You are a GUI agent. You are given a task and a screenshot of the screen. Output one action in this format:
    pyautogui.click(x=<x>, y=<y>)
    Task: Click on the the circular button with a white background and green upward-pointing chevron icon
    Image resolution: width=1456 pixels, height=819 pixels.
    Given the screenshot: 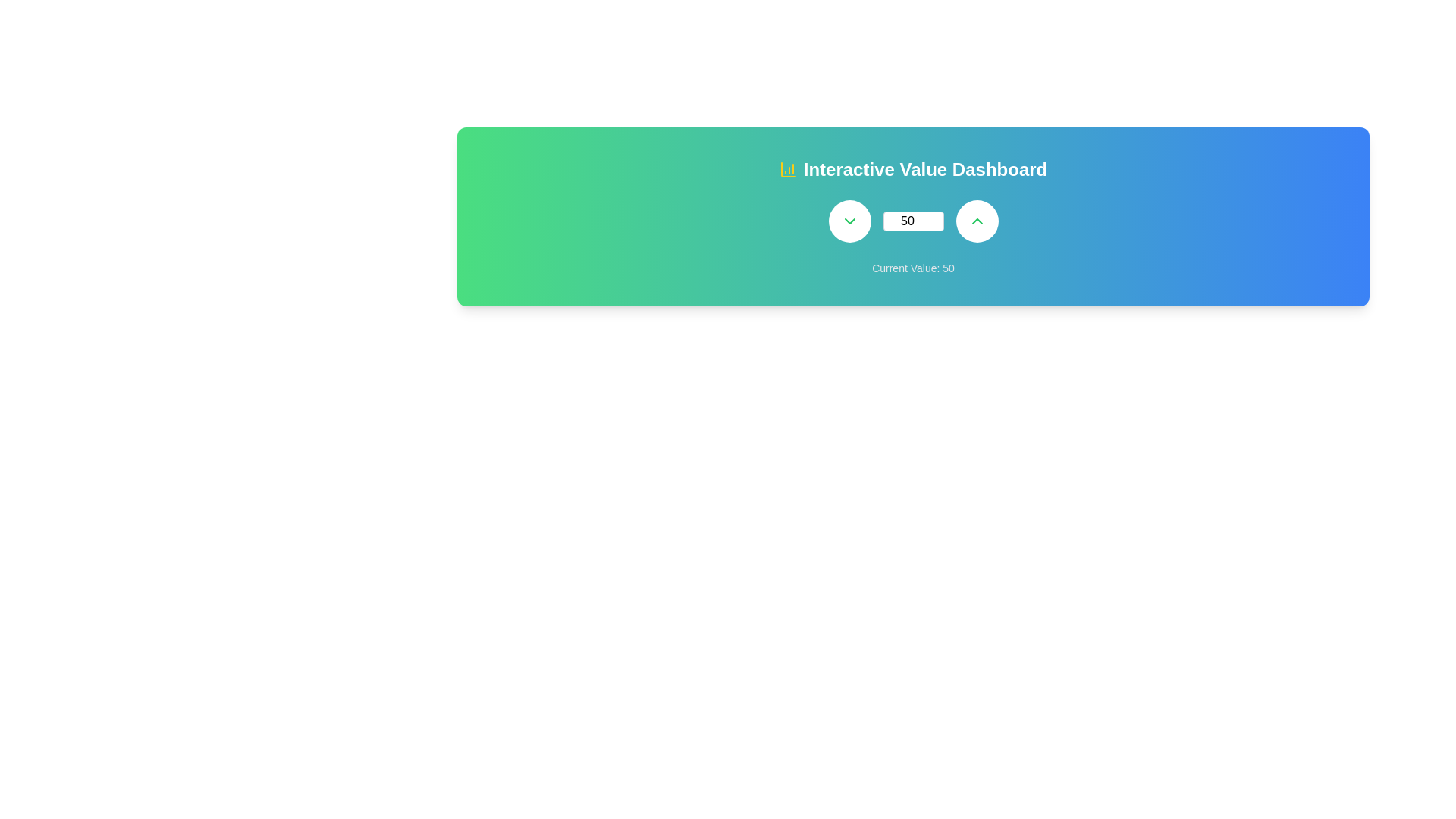 What is the action you would take?
    pyautogui.click(x=977, y=221)
    